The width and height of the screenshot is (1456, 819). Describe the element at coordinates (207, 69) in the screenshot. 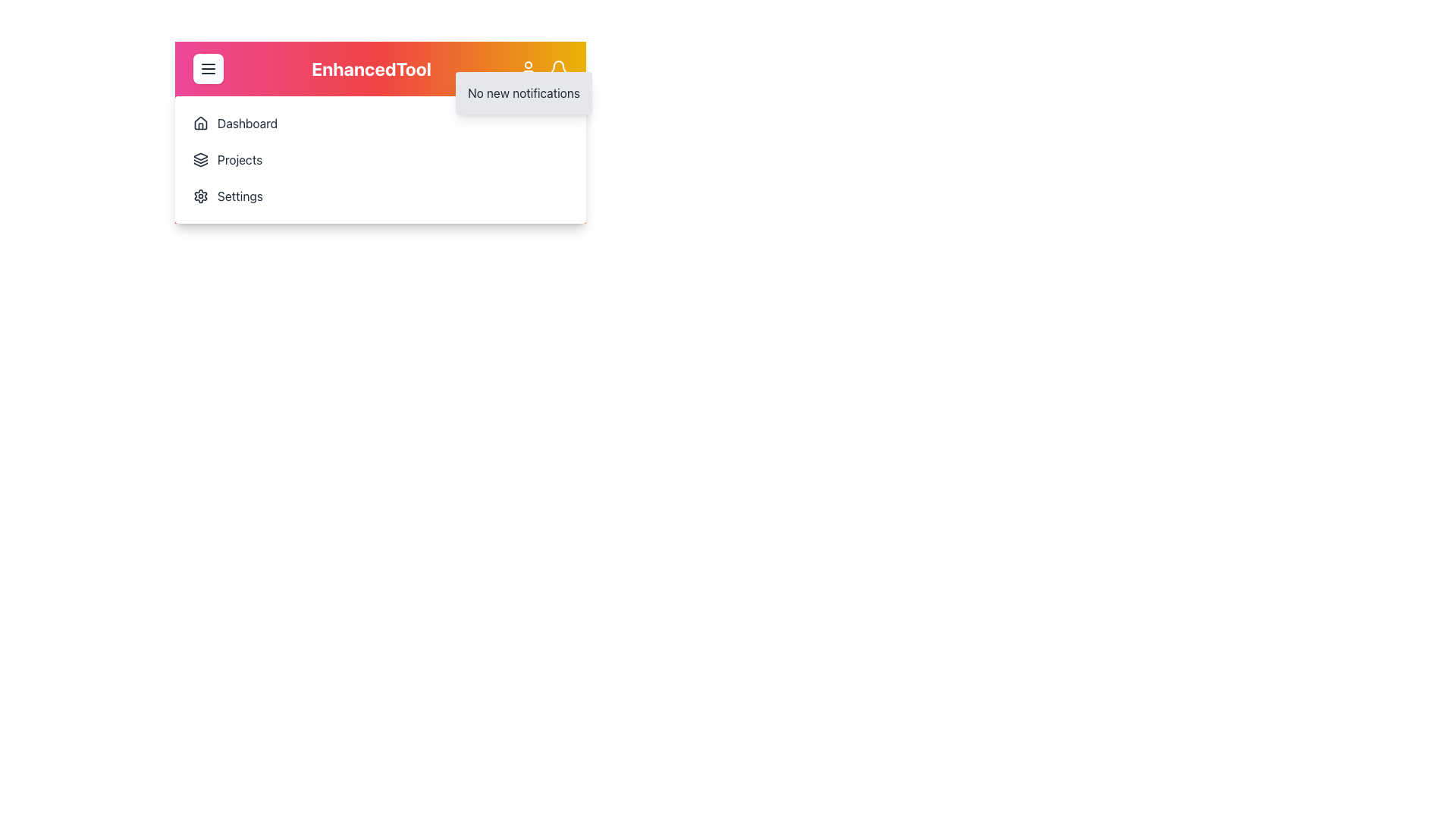

I see `the hamburger menu button, which is a three-line icon in a rounded rectangular button with a solid white background, located at the far left of the header section` at that location.